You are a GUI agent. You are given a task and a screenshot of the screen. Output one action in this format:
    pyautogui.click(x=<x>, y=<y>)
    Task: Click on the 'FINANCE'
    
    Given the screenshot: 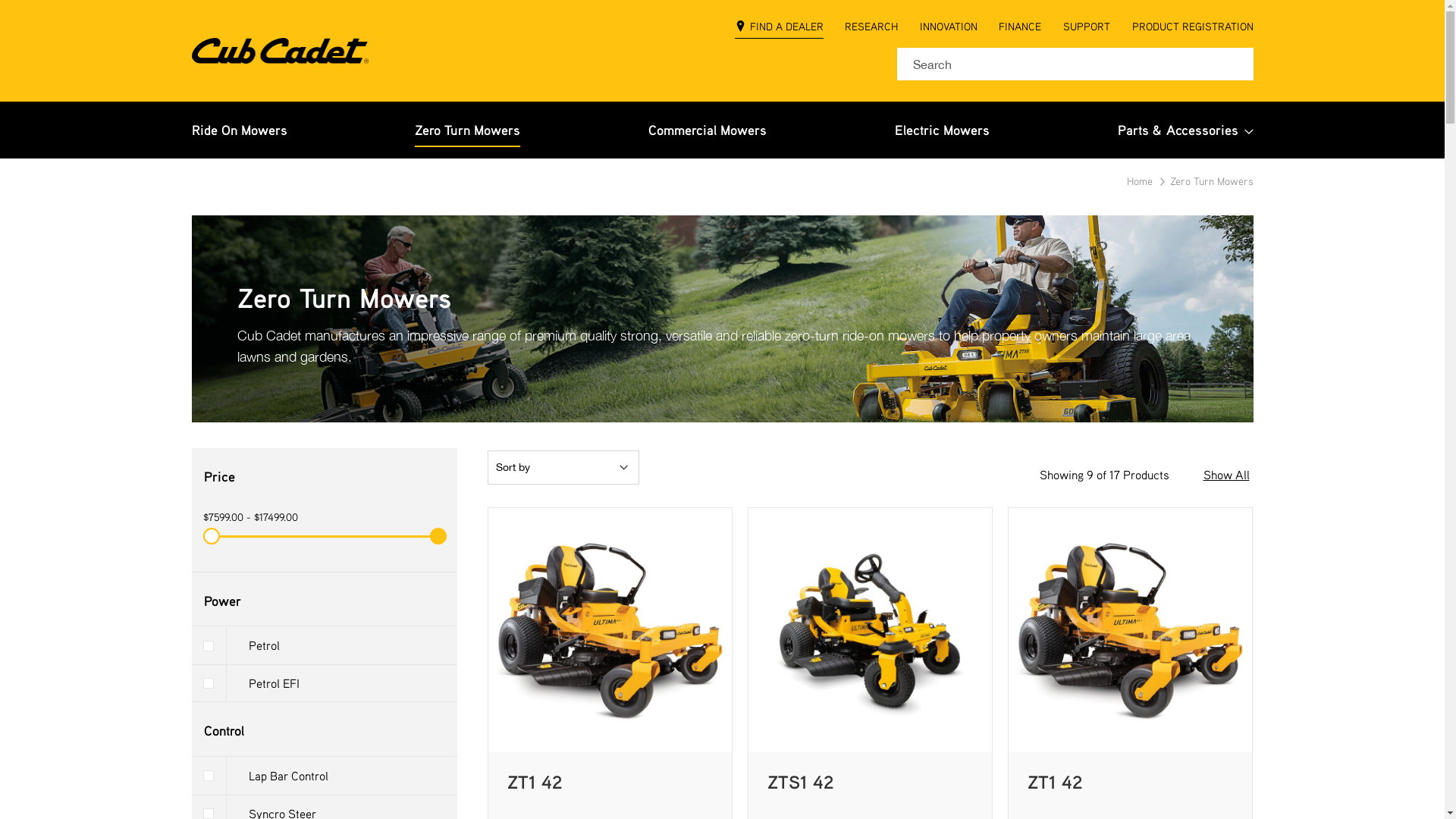 What is the action you would take?
    pyautogui.click(x=998, y=28)
    